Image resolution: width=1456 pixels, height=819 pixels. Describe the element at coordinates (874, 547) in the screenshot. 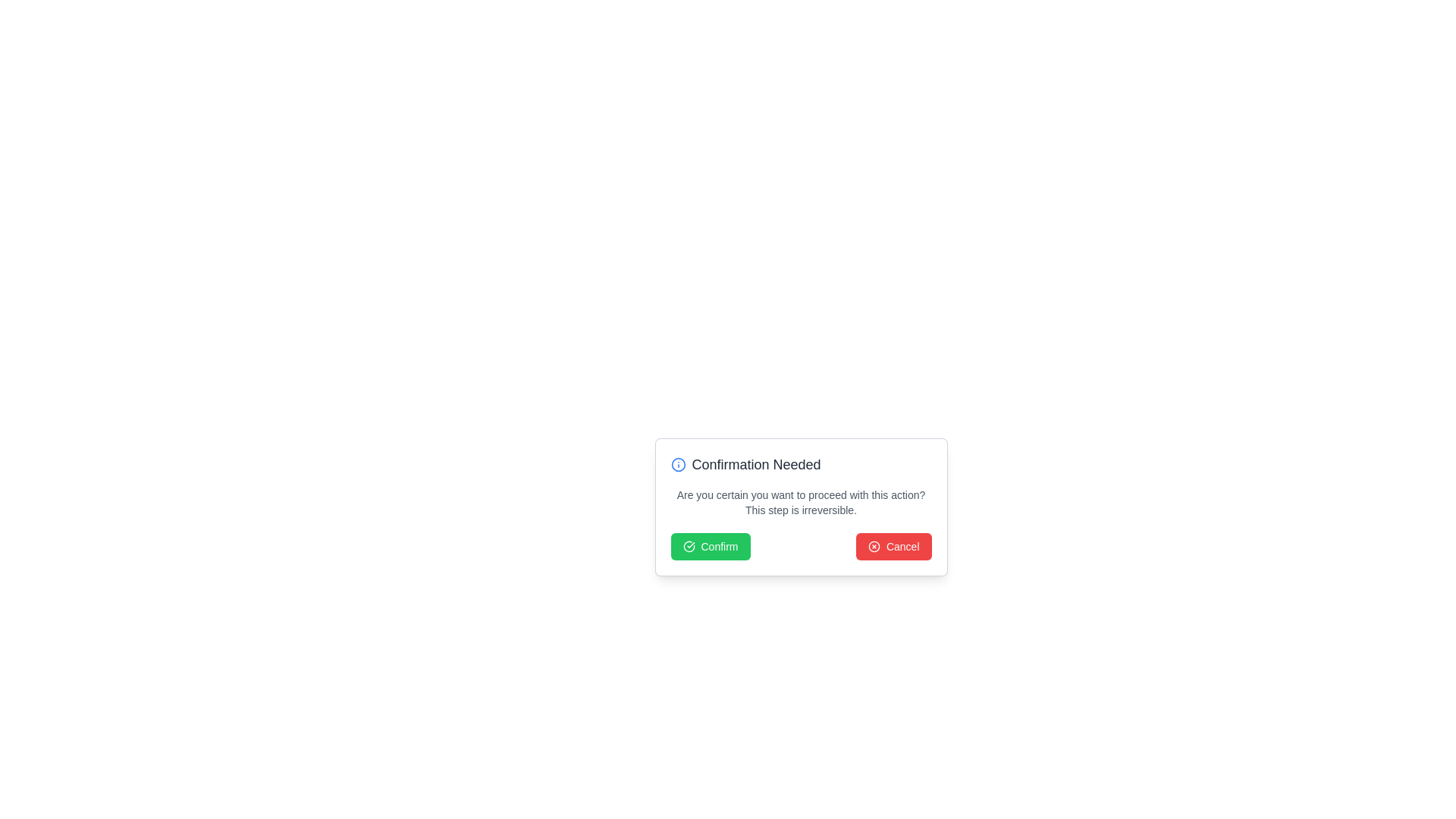

I see `the 'Cancel' button containing the white 'X' icon on a red background located in the bottom-right corner of the dialog box` at that location.